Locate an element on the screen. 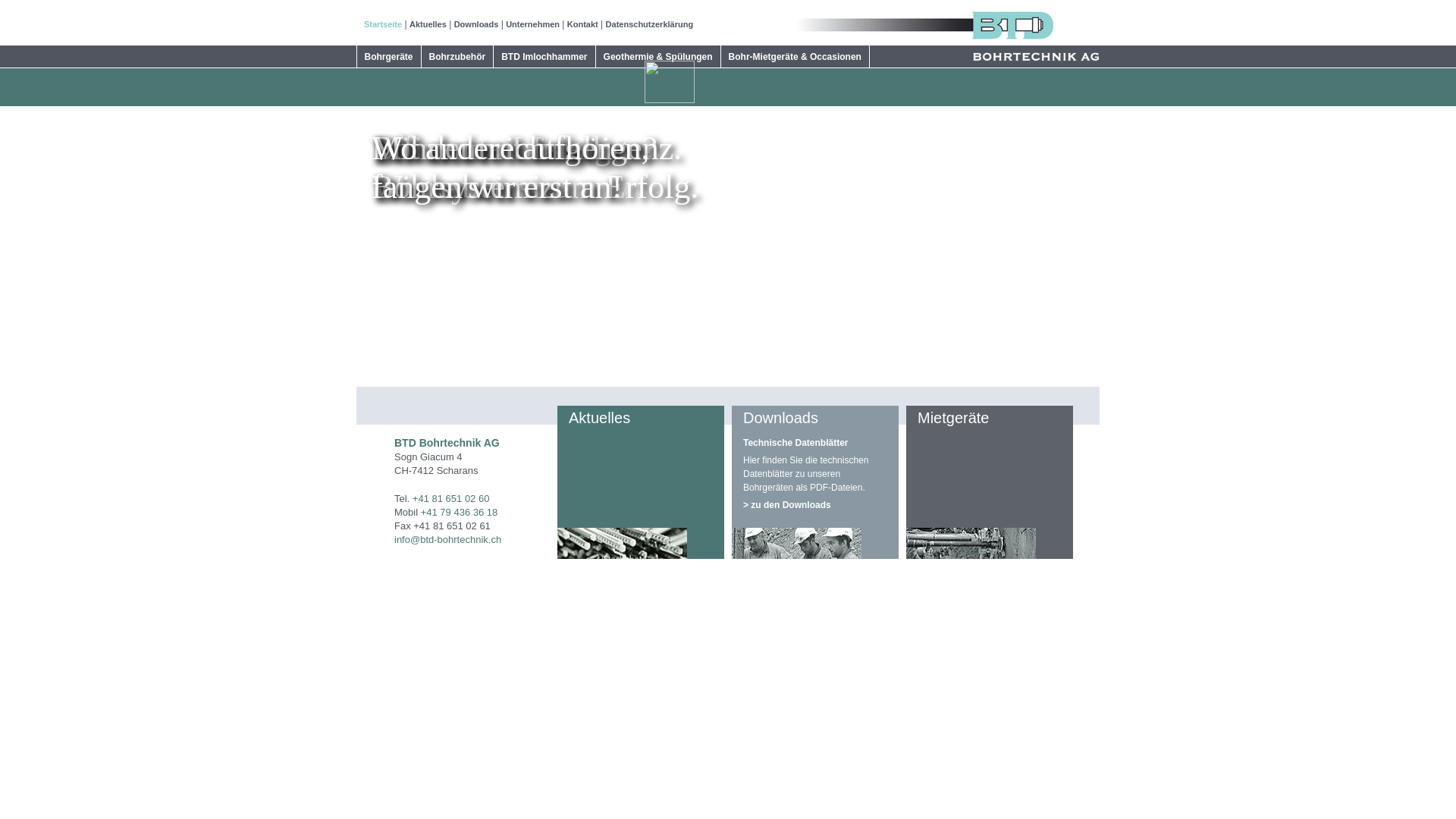 The image size is (1456, 819). '+41 81 651 02 60' is located at coordinates (412, 498).